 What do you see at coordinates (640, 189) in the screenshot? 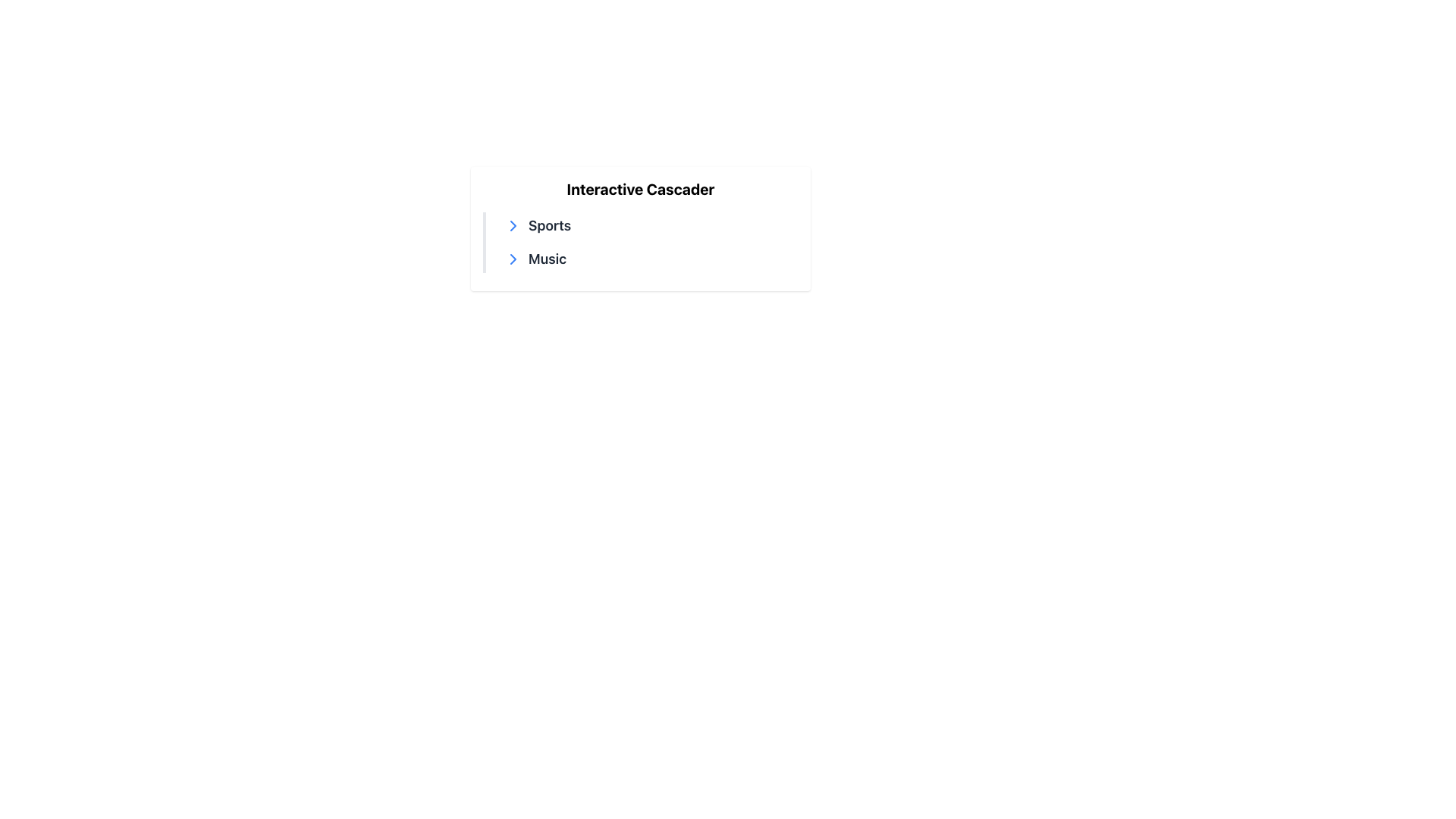
I see `the Text Label that serves as a title or header for the related list above 'Sports' and 'Music', which is located in a white box with rounded corners and shadows` at bounding box center [640, 189].